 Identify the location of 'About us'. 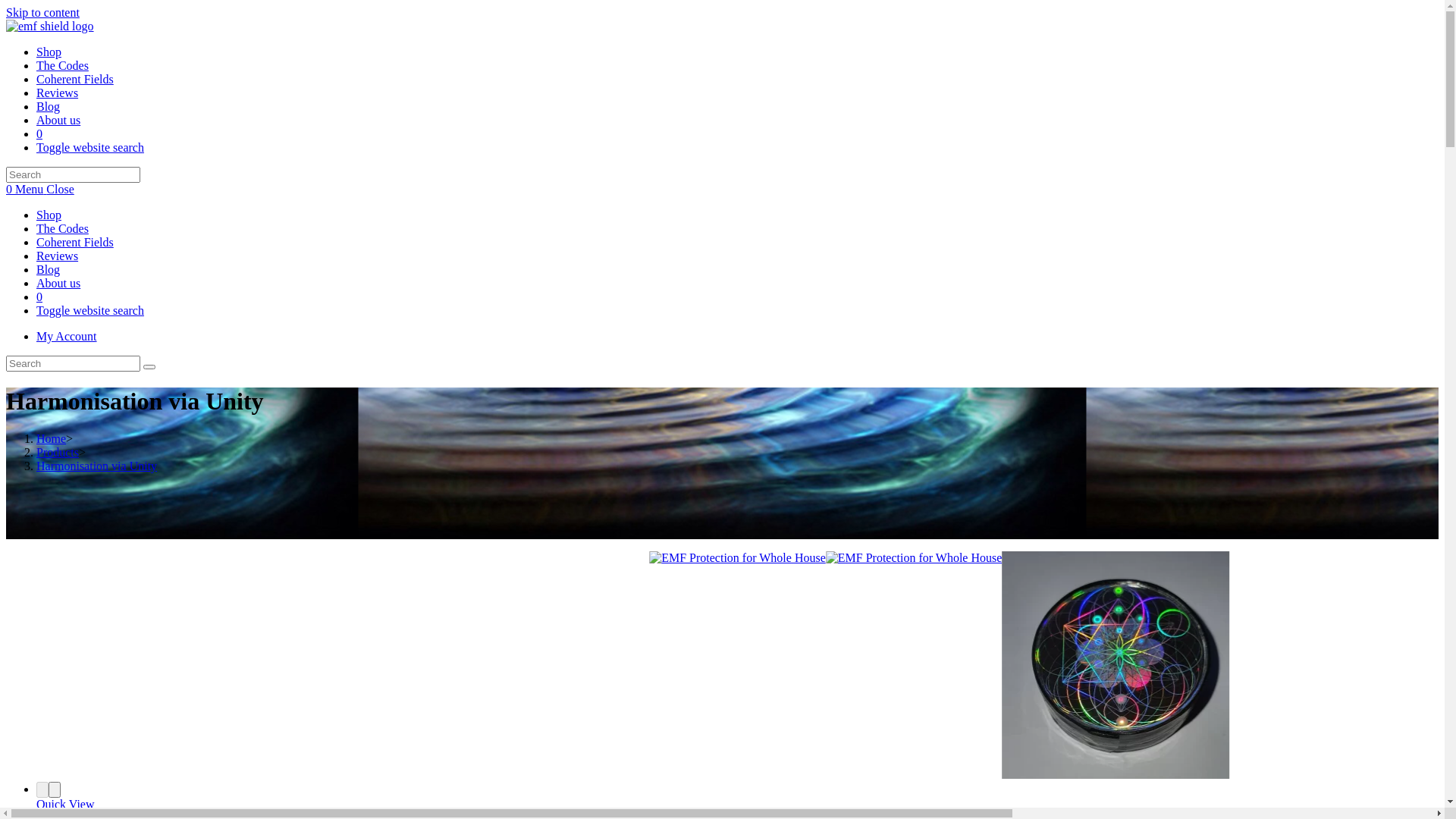
(58, 119).